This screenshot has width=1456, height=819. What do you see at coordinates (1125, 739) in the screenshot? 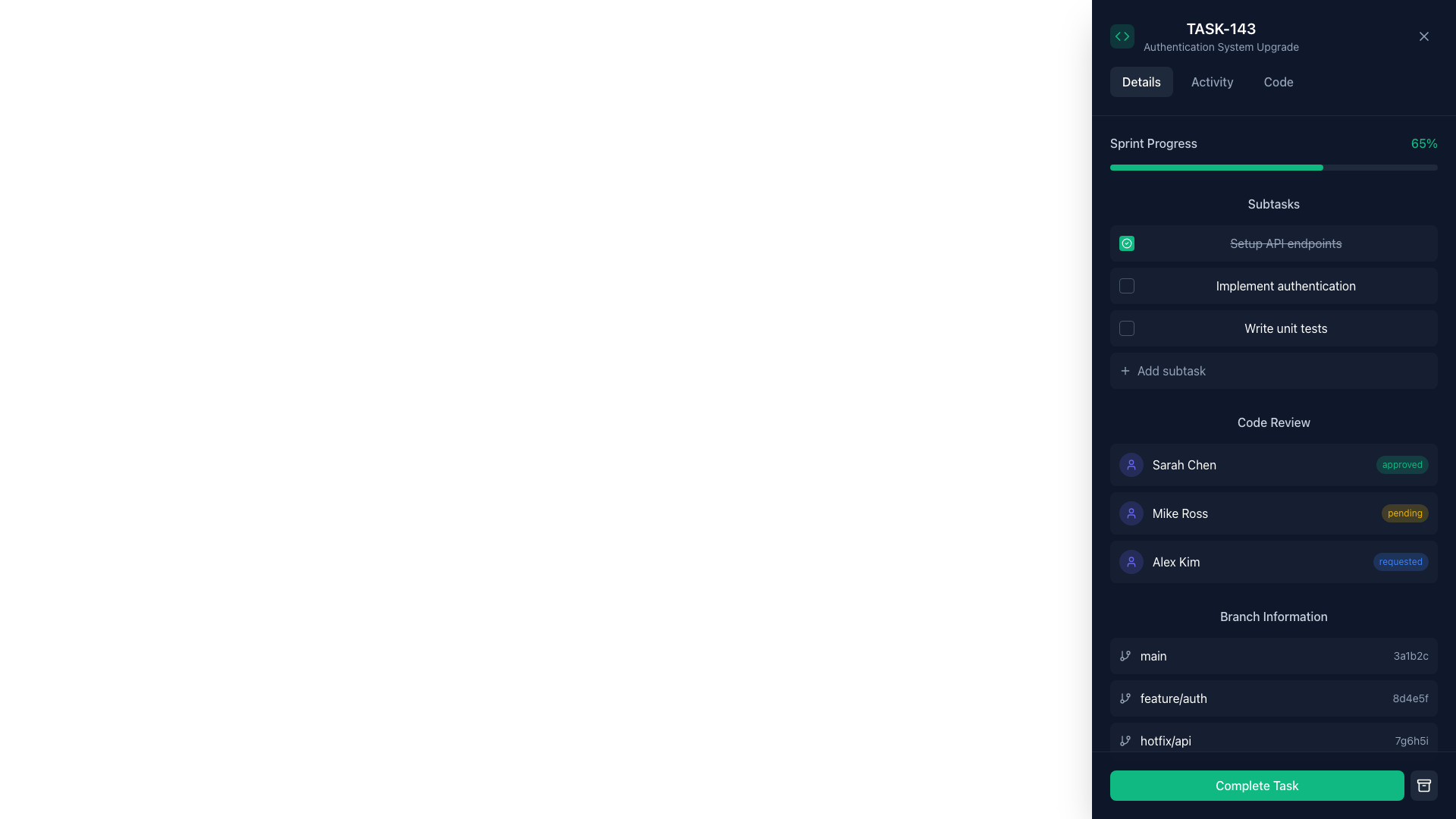
I see `the appearance of the small icon resembling a branch structure located in the 'Branch Information' section, to the left of the text 'hotfix/api'` at bounding box center [1125, 739].